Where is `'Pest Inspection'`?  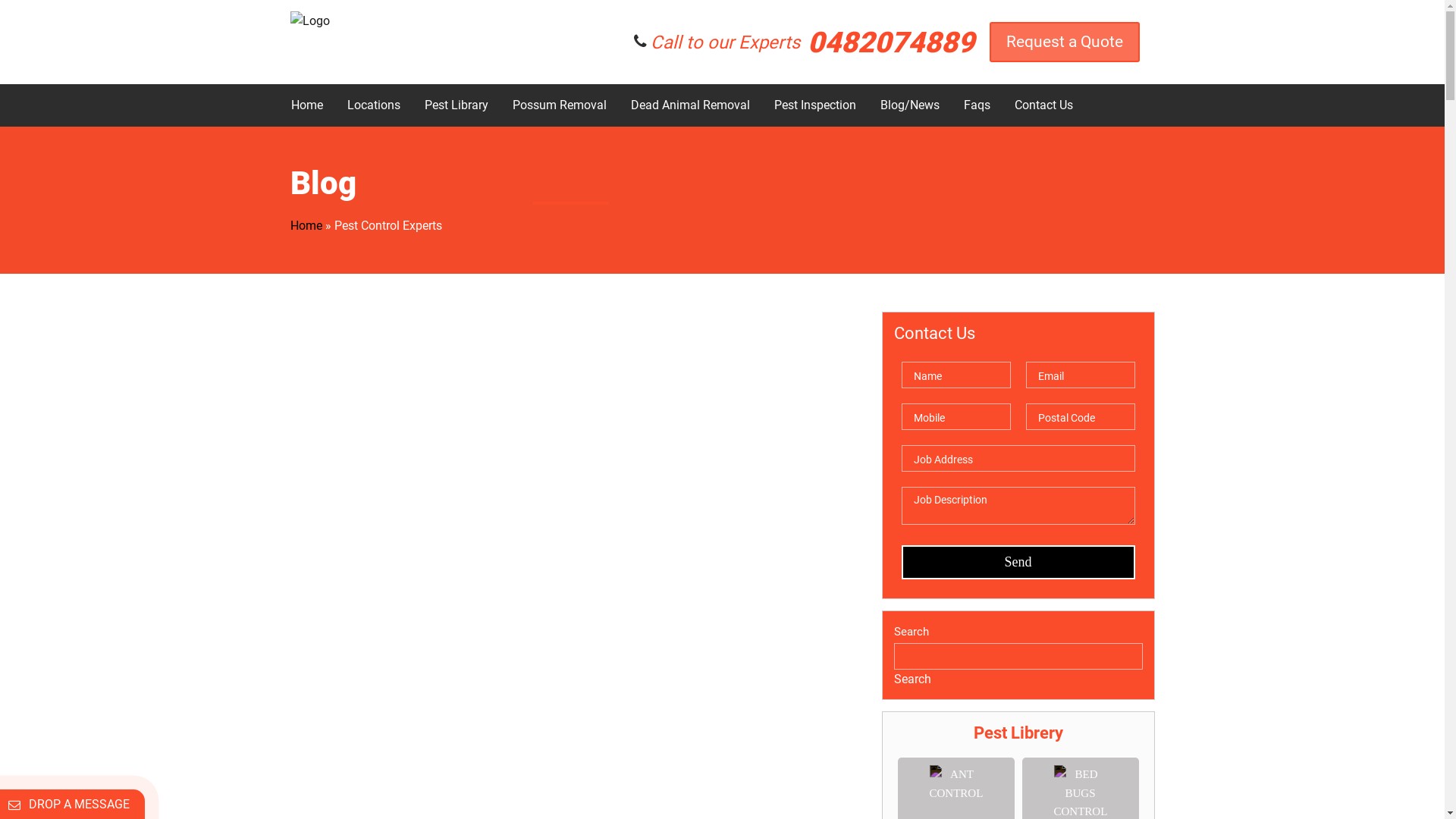 'Pest Inspection' is located at coordinates (763, 104).